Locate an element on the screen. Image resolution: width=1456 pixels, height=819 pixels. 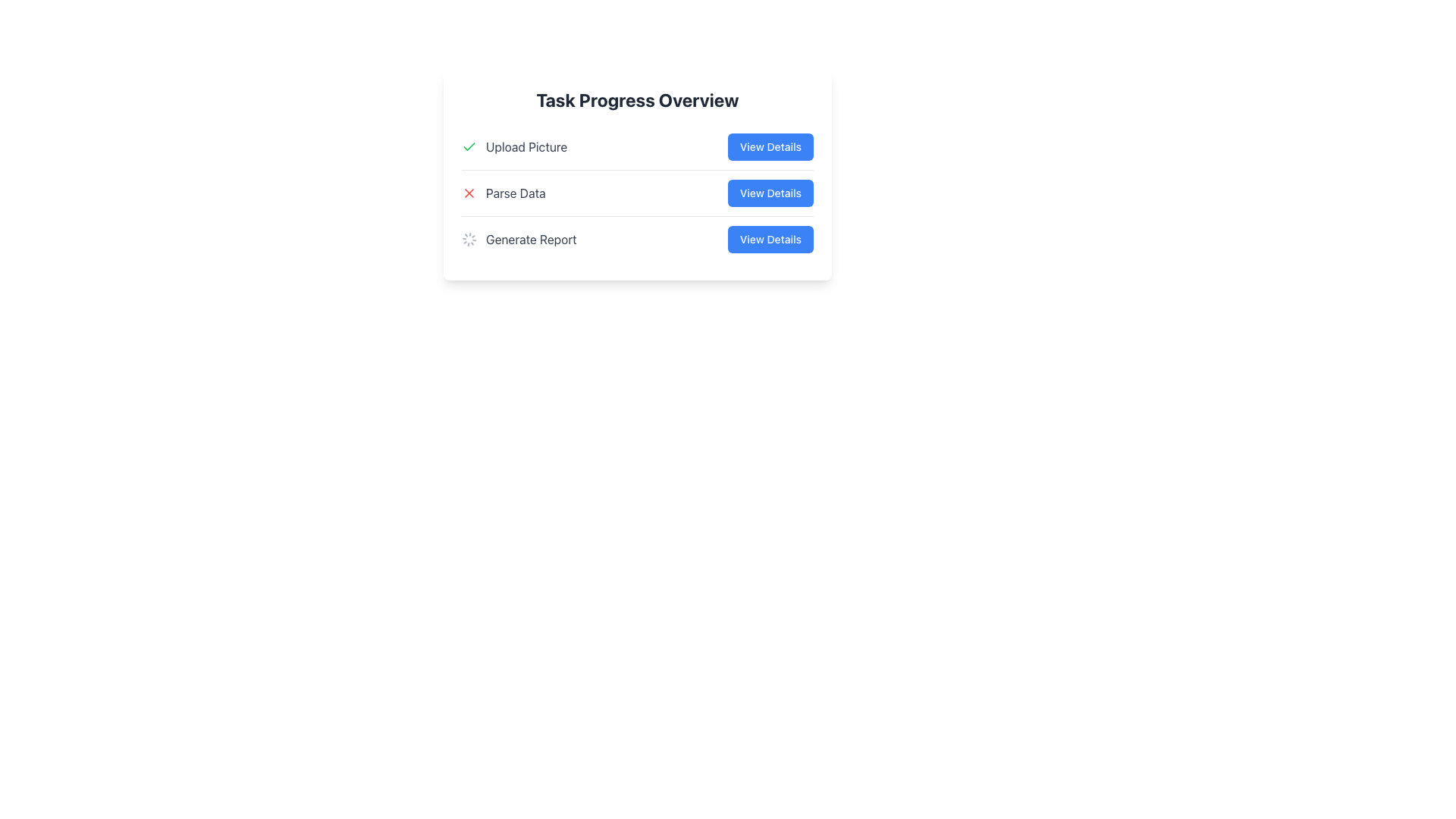
the error icon located to the left of the 'Parse Data' text, which serves as a visual indicator for unsuccessful states is located at coordinates (469, 192).